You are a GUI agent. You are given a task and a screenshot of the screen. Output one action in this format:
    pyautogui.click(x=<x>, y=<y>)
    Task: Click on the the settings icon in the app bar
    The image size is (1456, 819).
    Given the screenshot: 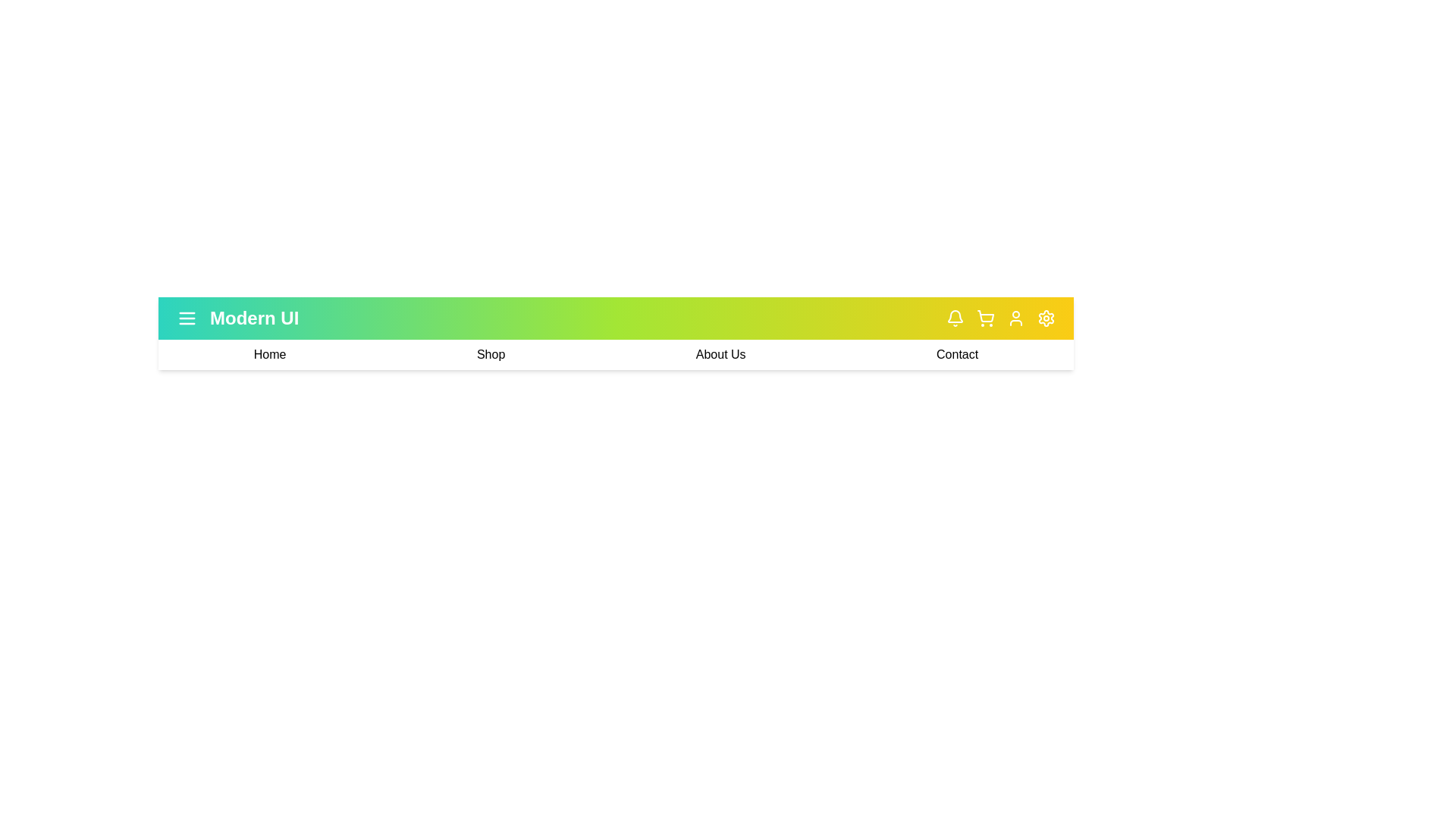 What is the action you would take?
    pyautogui.click(x=1046, y=318)
    